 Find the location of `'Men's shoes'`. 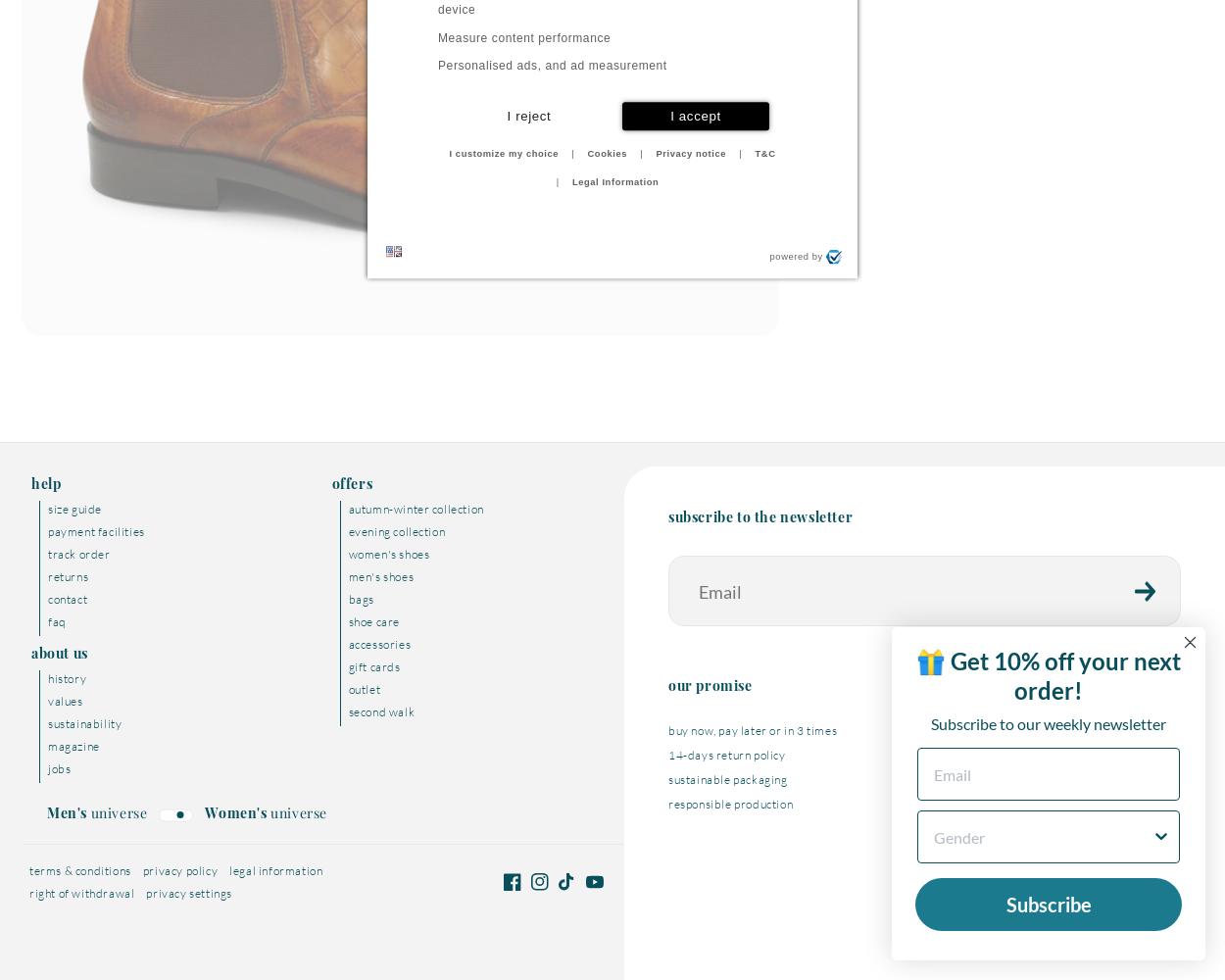

'Men's shoes' is located at coordinates (346, 575).